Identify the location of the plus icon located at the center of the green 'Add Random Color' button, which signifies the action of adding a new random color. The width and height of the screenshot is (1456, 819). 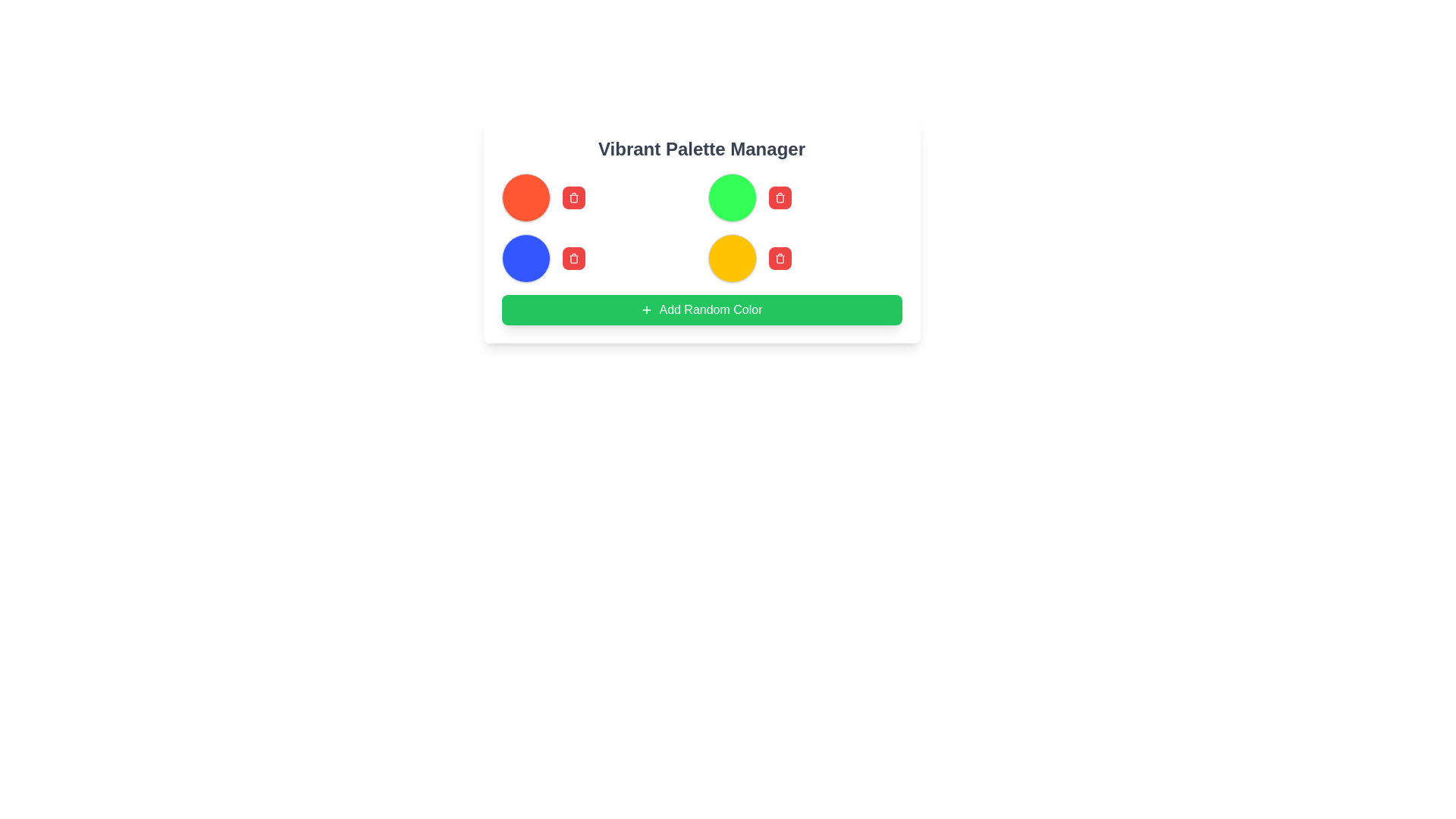
(647, 309).